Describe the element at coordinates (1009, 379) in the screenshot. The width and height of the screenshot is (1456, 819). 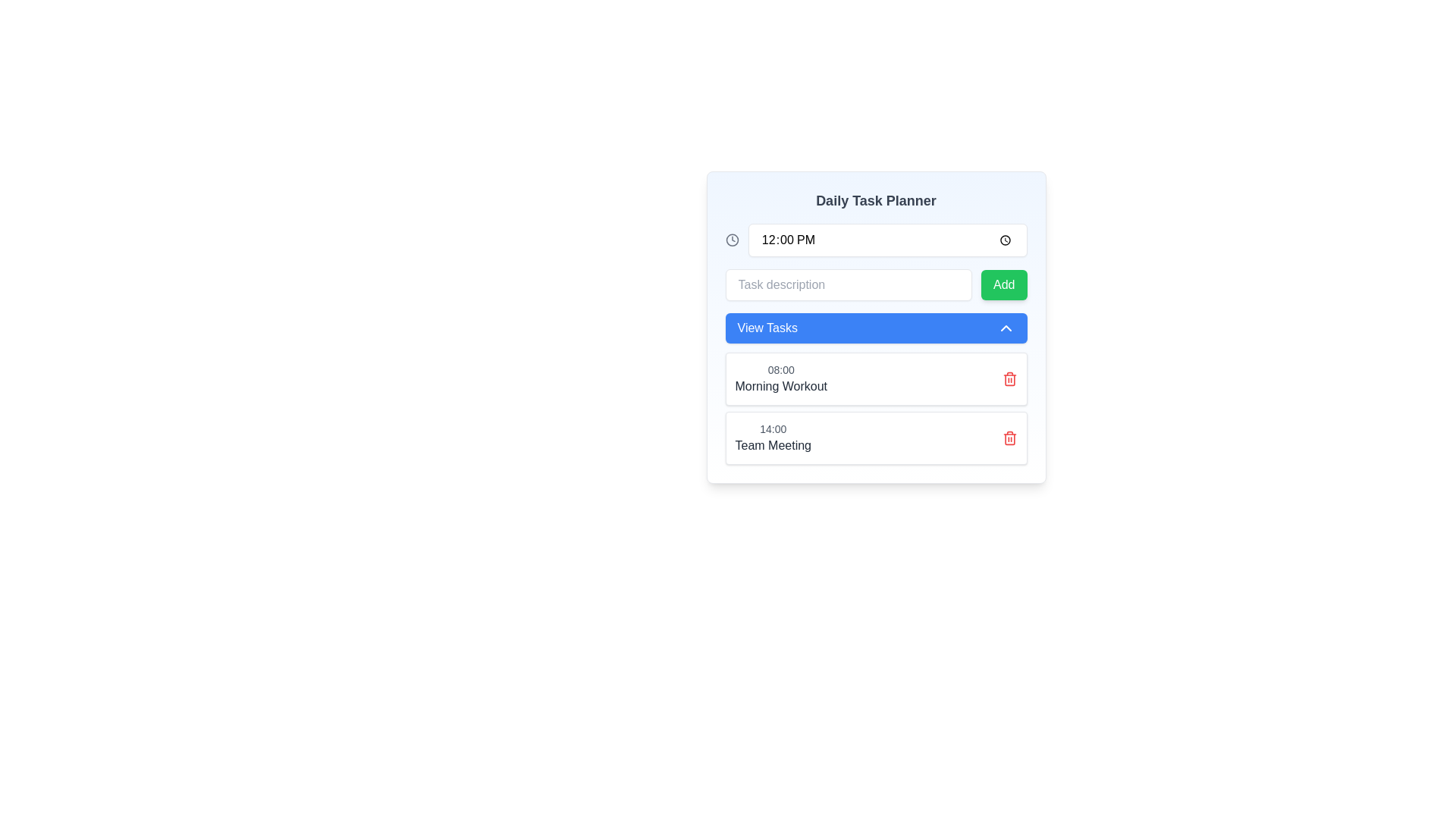
I see `the red rectangular part of the trash bin icon, which is the main body of the bin located near the right end of the 'Morning Workout' task in the task list` at that location.